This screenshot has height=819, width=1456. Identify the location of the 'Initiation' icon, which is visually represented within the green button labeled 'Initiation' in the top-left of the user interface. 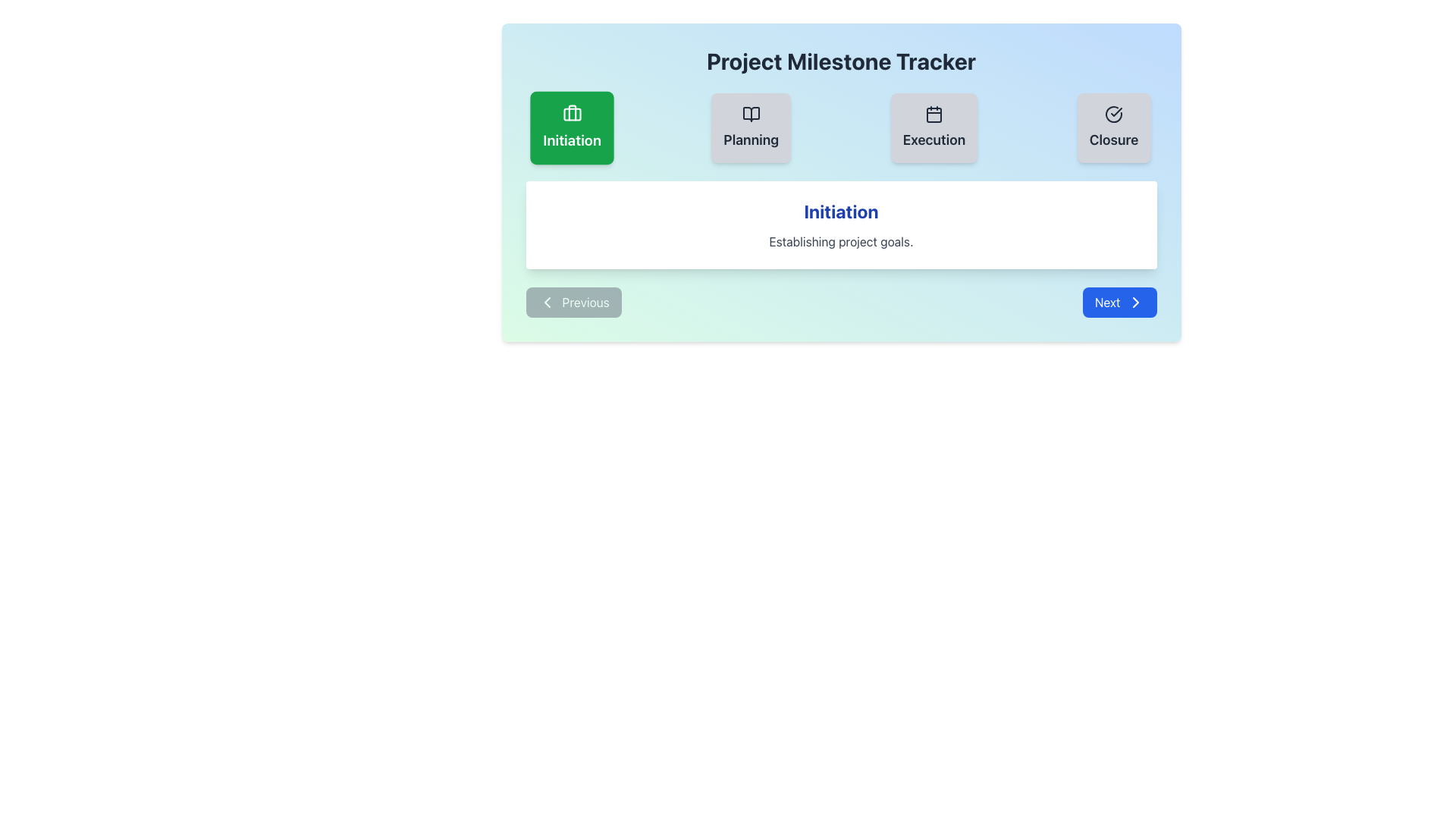
(570, 114).